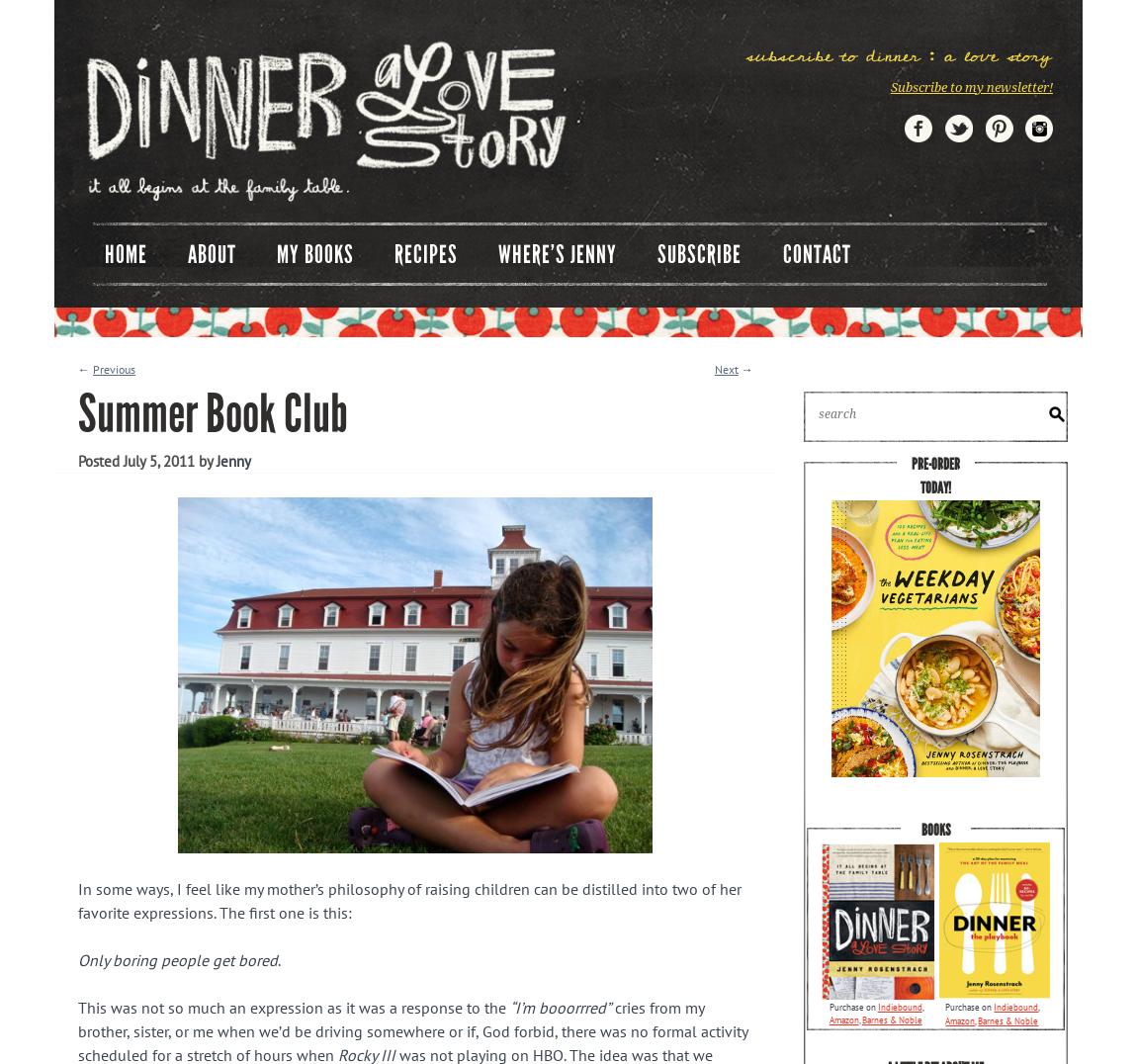 This screenshot has width=1137, height=1064. Describe the element at coordinates (725, 368) in the screenshot. I see `'Next'` at that location.